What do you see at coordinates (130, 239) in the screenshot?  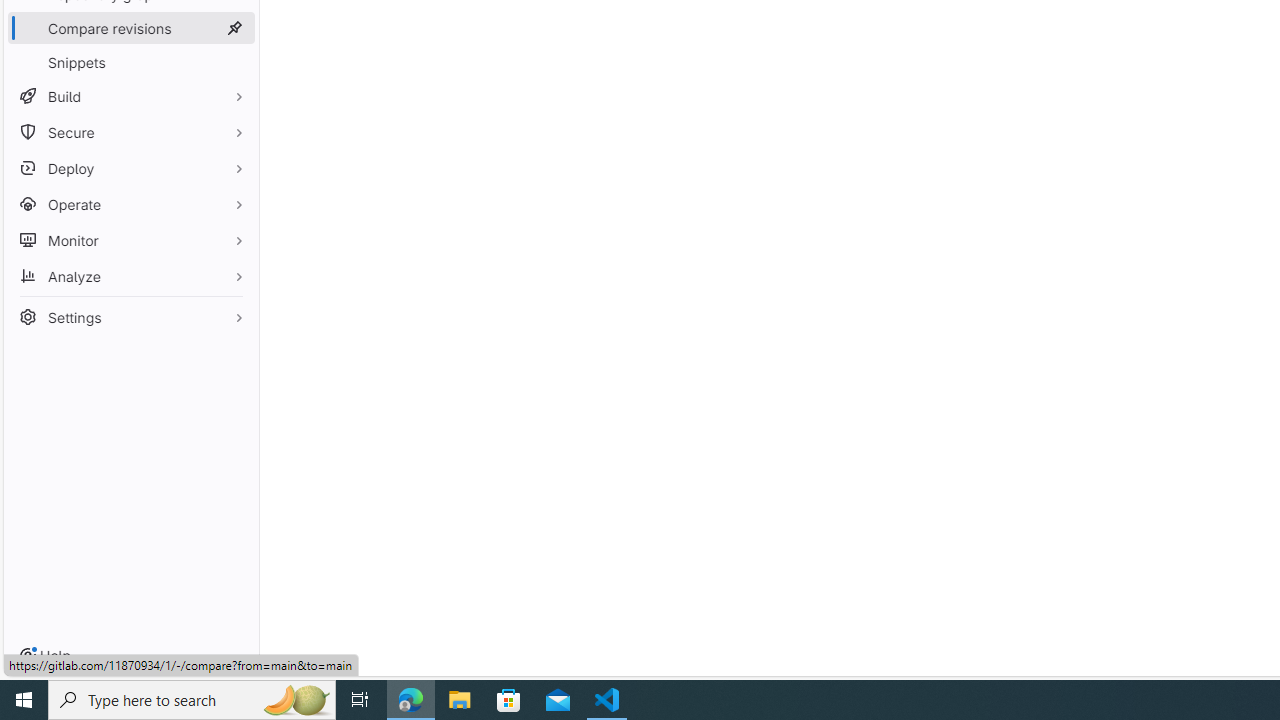 I see `'Monitor'` at bounding box center [130, 239].